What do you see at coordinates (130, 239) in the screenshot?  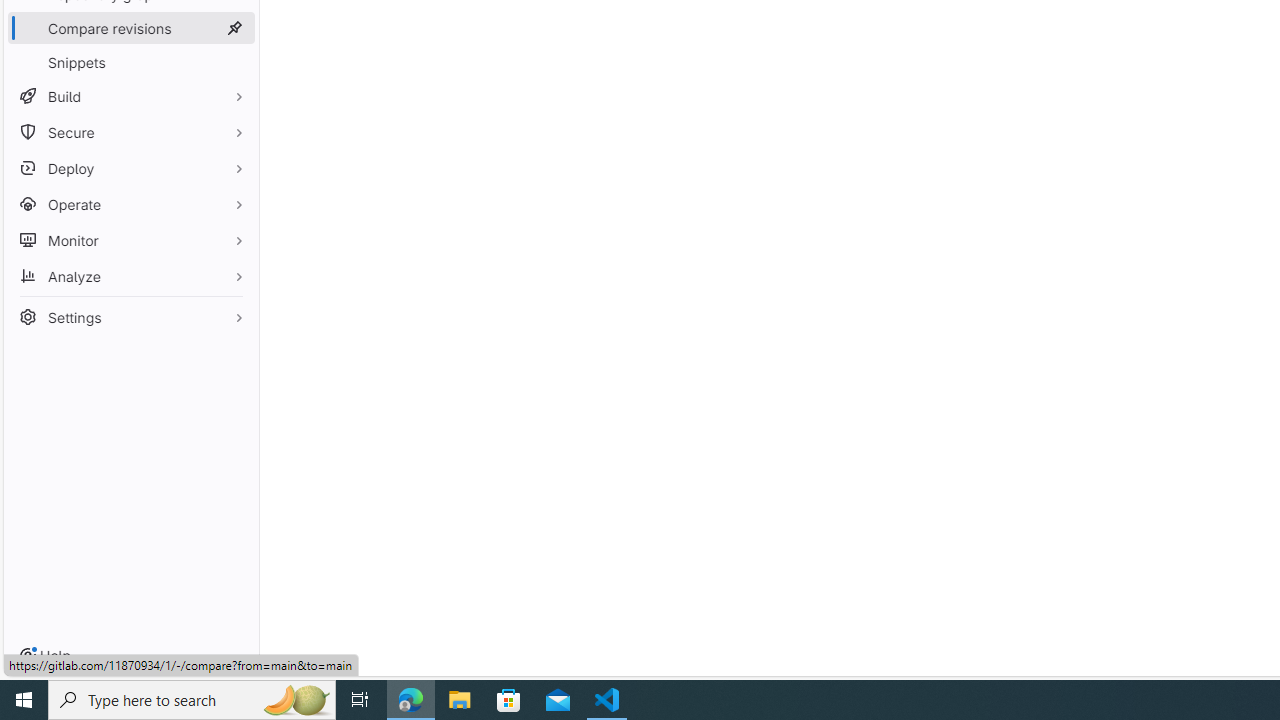 I see `'Monitor'` at bounding box center [130, 239].